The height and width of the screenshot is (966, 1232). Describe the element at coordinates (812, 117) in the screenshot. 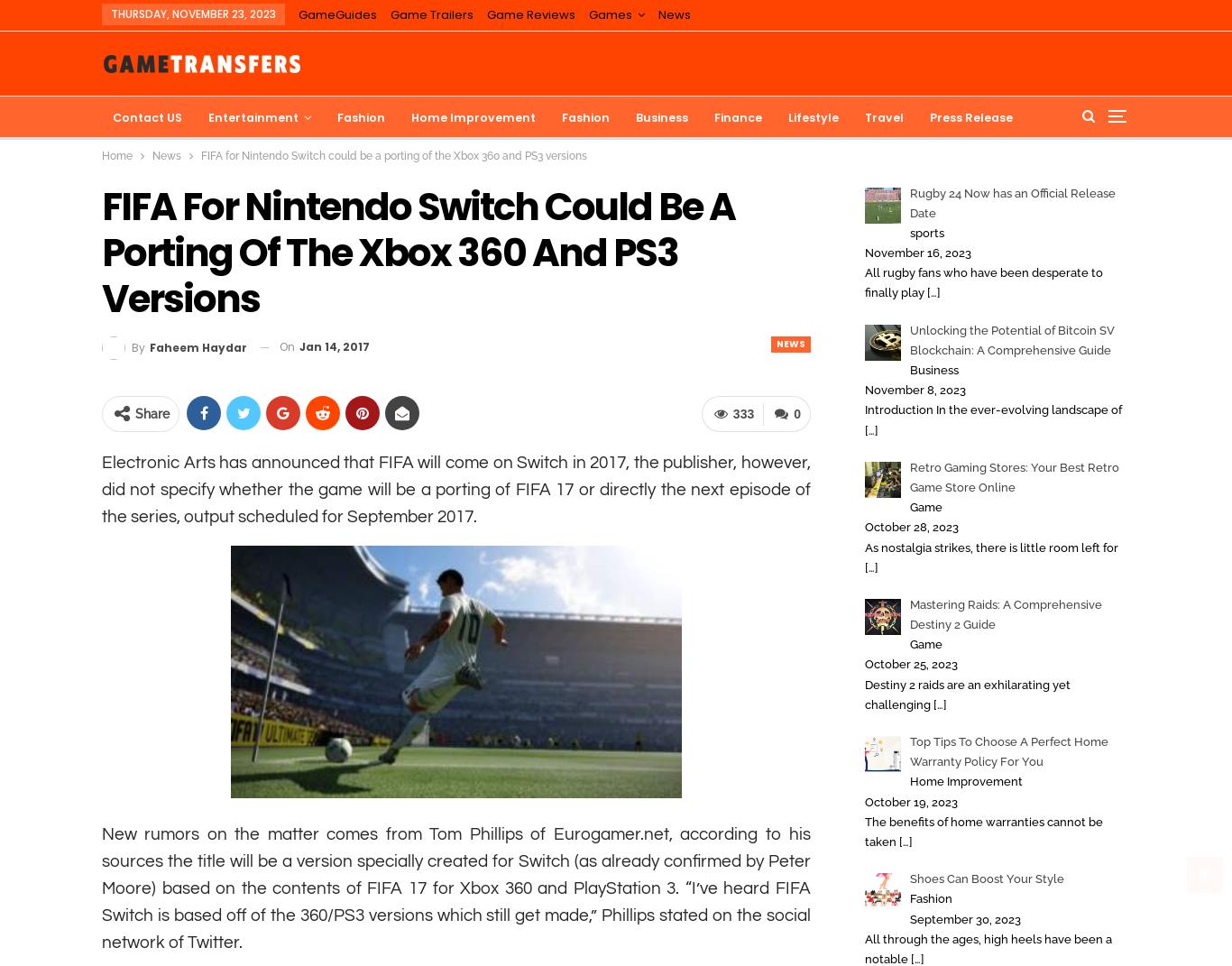

I see `'Lifestyle'` at that location.